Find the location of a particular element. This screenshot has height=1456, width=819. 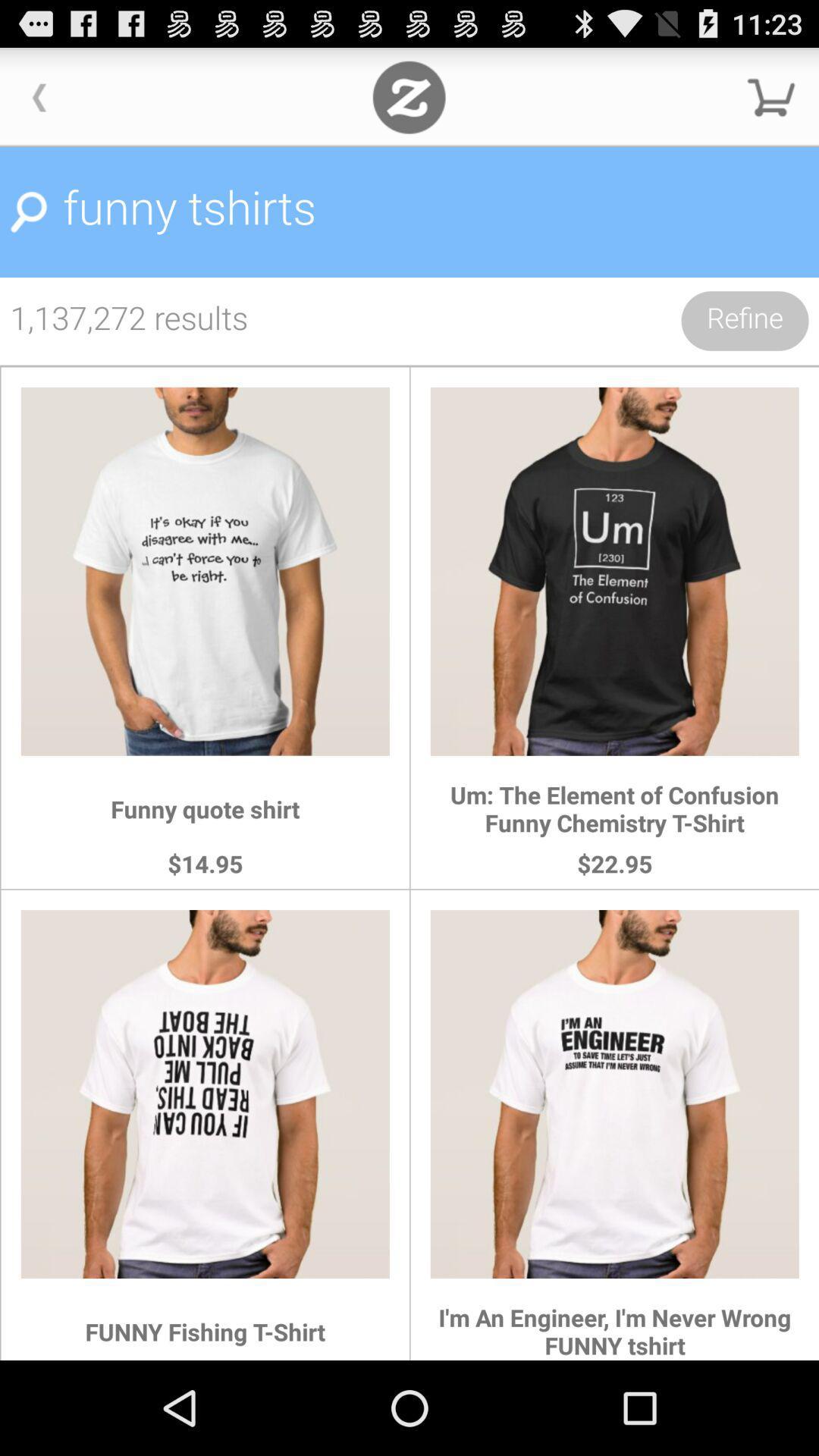

shopping cart is located at coordinates (771, 96).